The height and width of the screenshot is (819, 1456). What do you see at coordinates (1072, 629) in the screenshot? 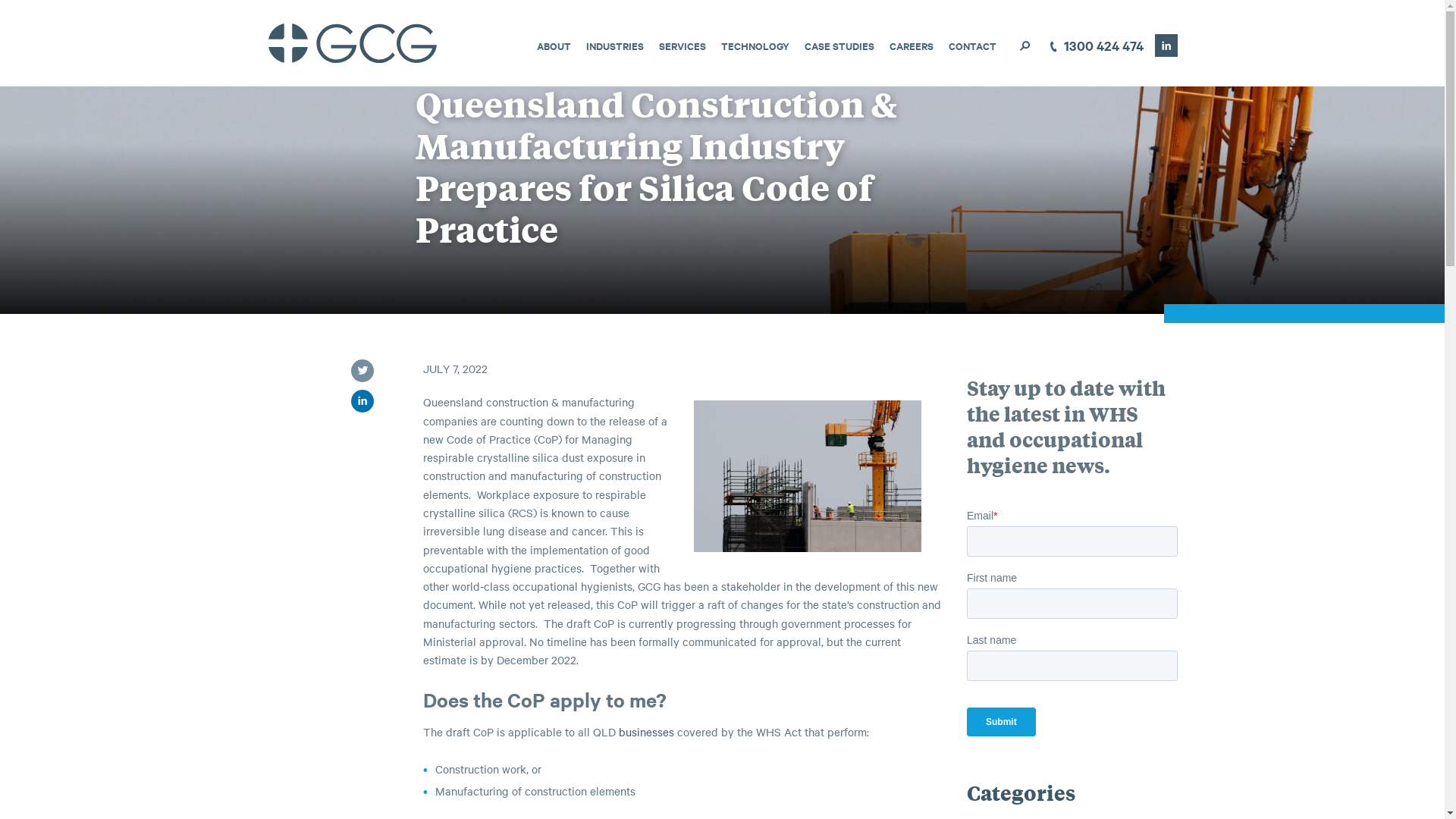
I see `'Form 0'` at bounding box center [1072, 629].